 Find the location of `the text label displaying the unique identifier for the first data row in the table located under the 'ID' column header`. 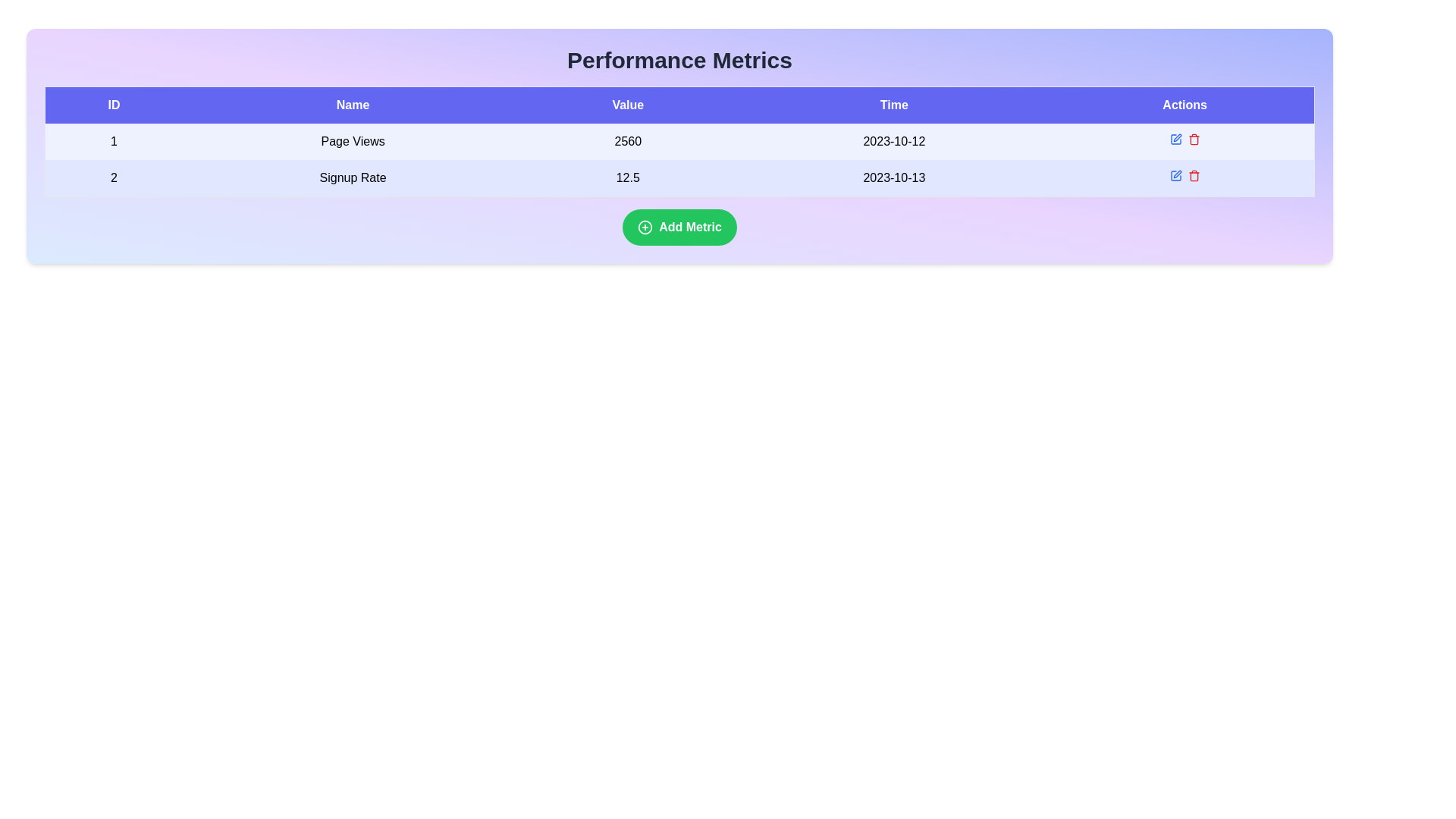

the text label displaying the unique identifier for the first data row in the table located under the 'ID' column header is located at coordinates (113, 141).